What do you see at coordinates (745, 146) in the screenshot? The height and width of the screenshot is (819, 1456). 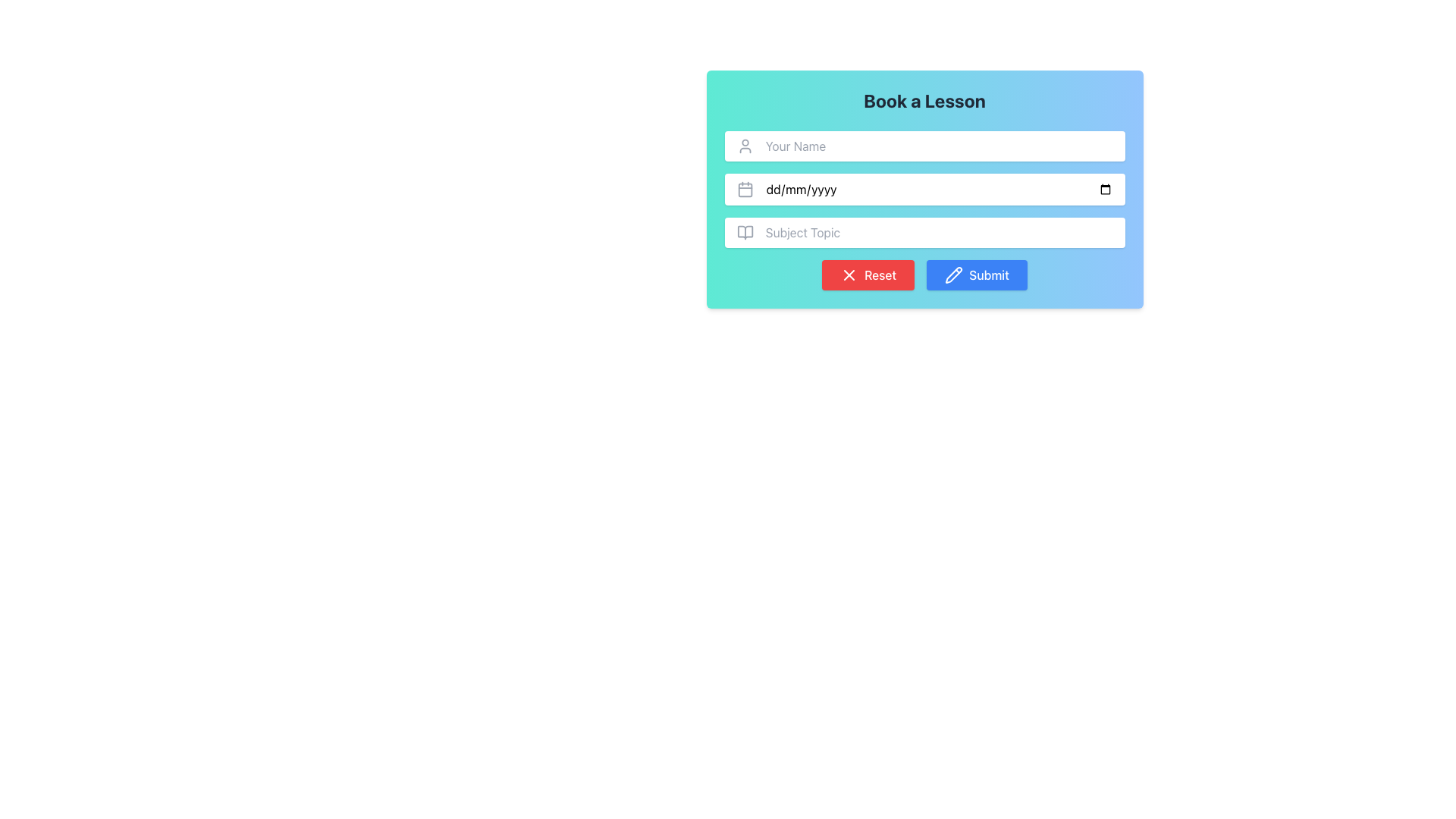 I see `the decorative icon representing the input field for 'Your Name' in the 'Book a Lesson' interface` at bounding box center [745, 146].